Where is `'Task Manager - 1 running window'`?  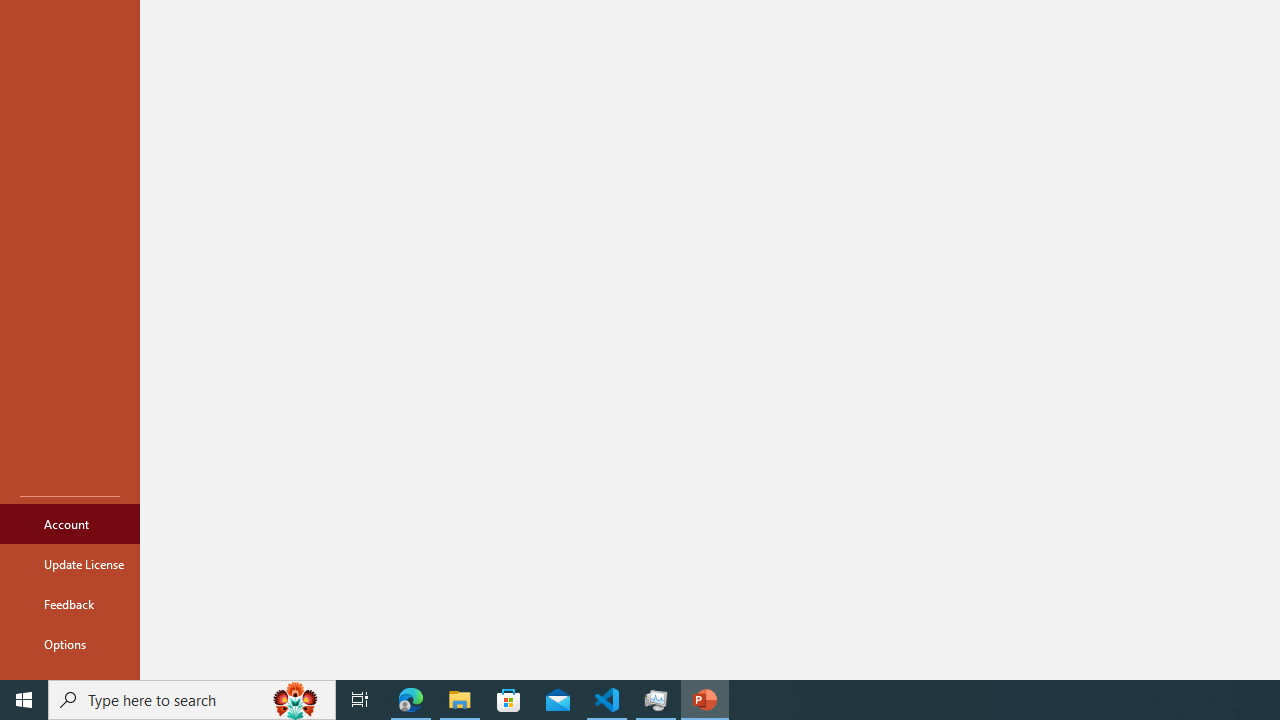 'Task Manager - 1 running window' is located at coordinates (656, 698).